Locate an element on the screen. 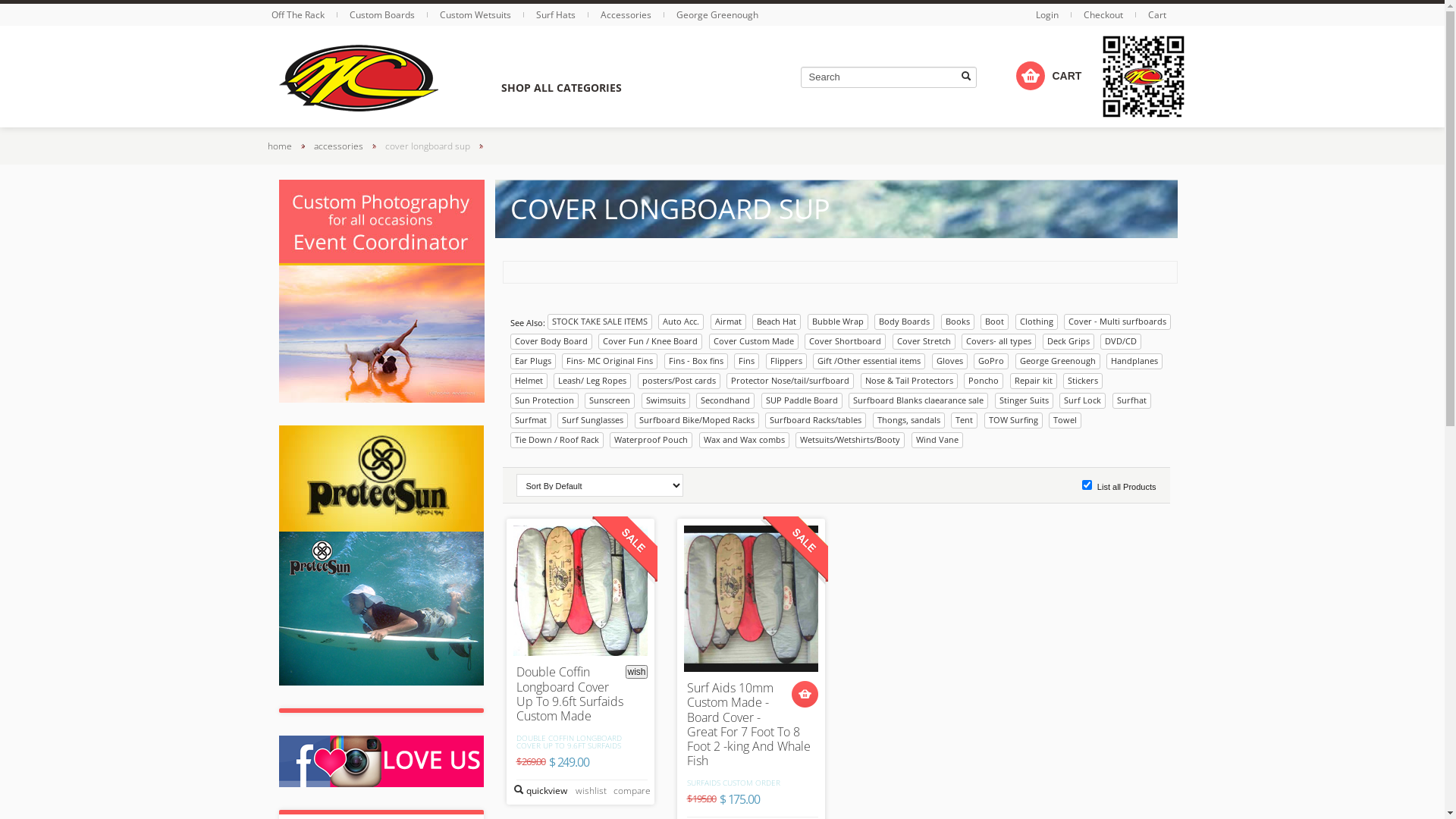 This screenshot has height=819, width=1456. 'Books' is located at coordinates (956, 321).